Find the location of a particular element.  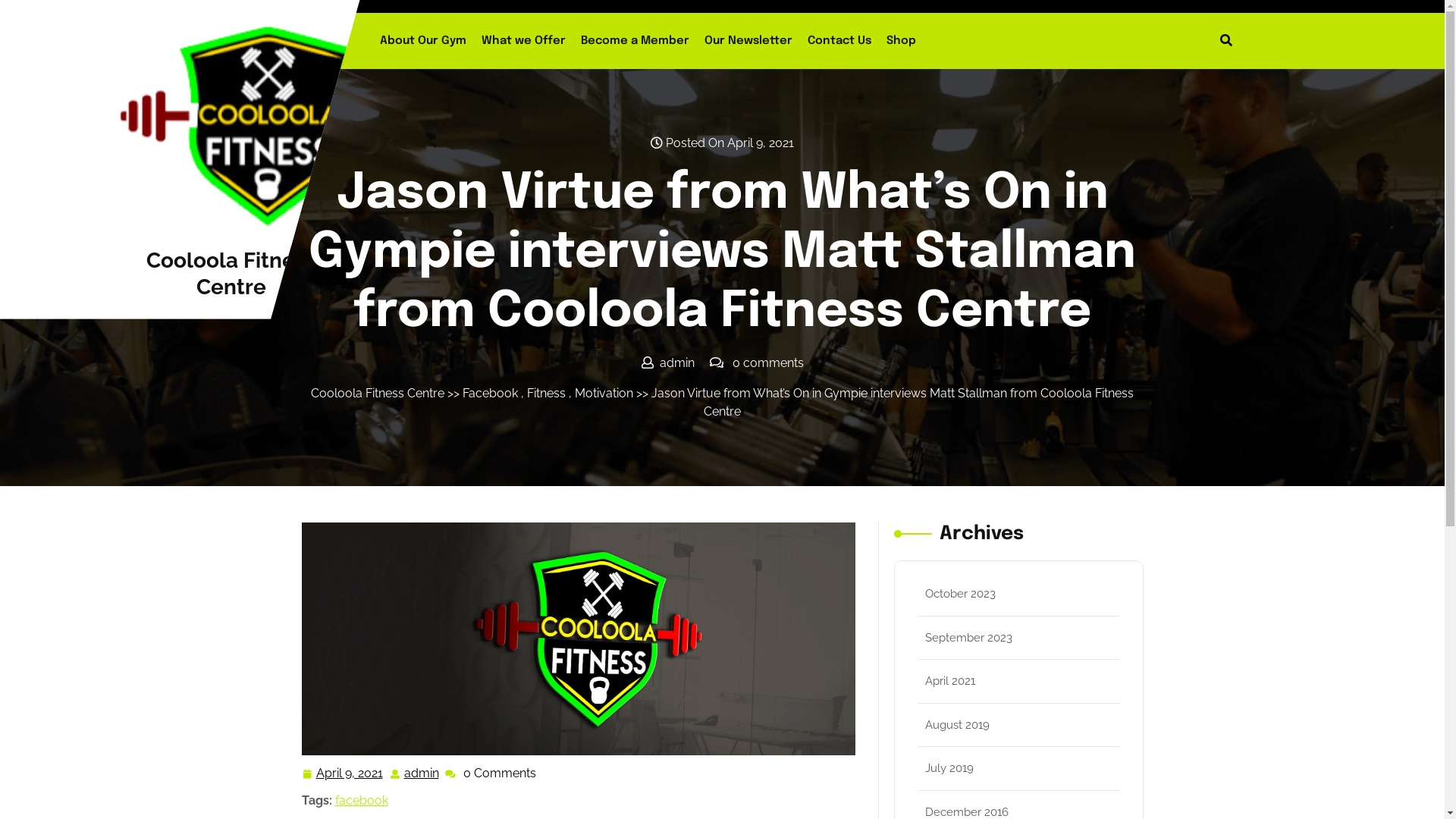

'April 9, 2021' is located at coordinates (312, 773).